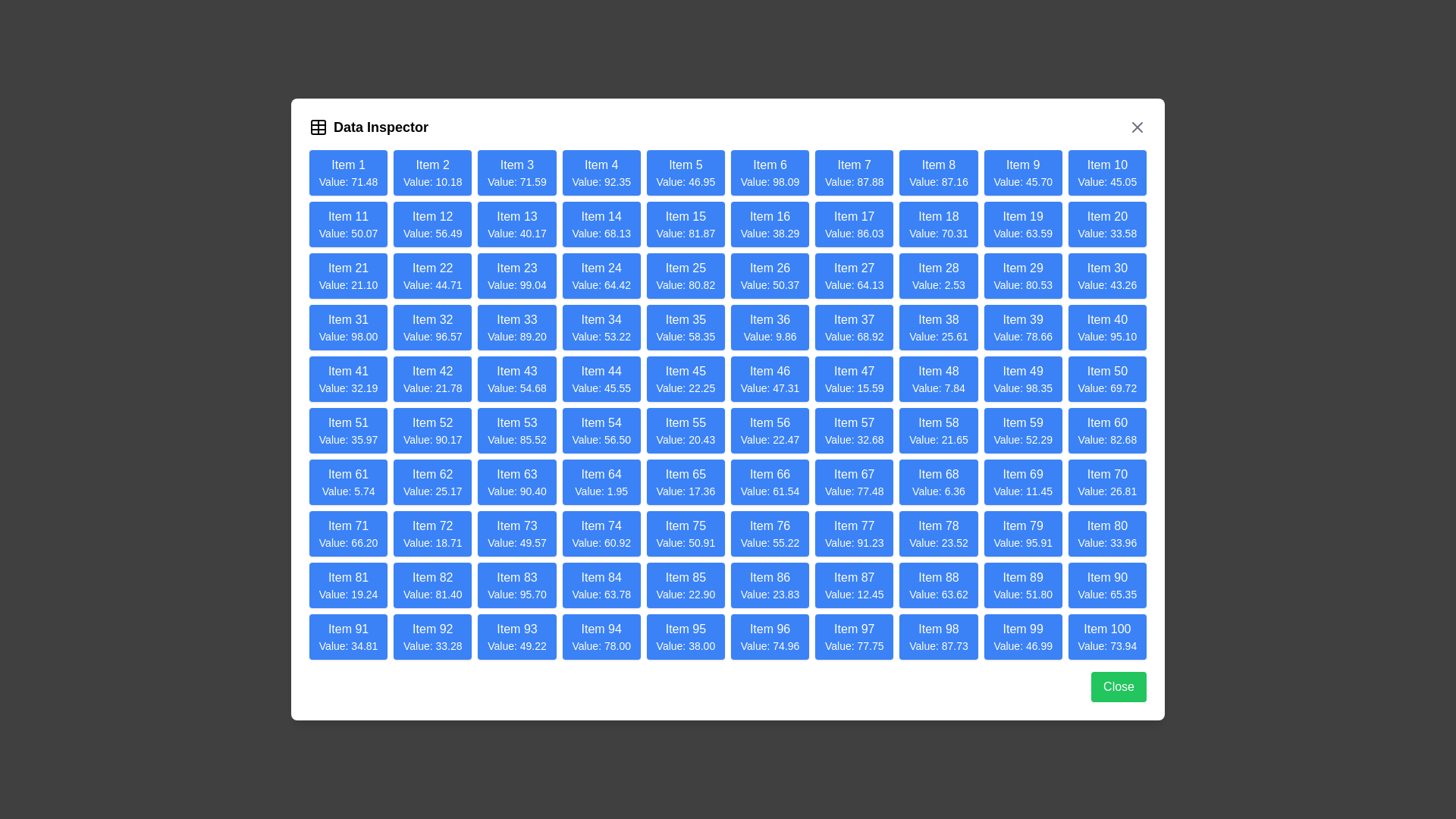 Image resolution: width=1456 pixels, height=819 pixels. What do you see at coordinates (1137, 127) in the screenshot?
I see `close button in the top-right corner of the dialog to close it` at bounding box center [1137, 127].